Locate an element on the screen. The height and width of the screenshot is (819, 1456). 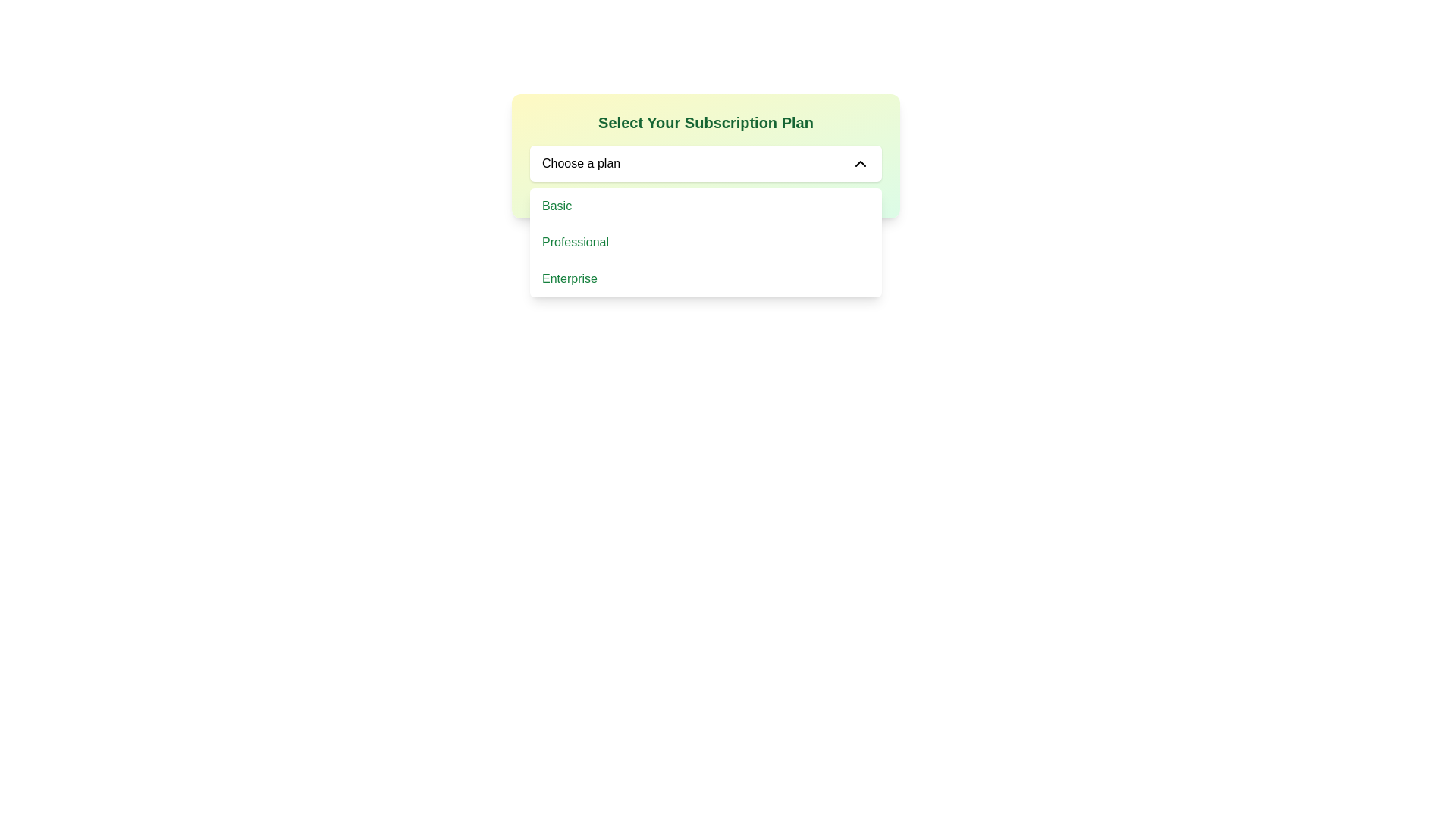
the dropdown menu labeled 'Choose a plan' is located at coordinates (705, 164).